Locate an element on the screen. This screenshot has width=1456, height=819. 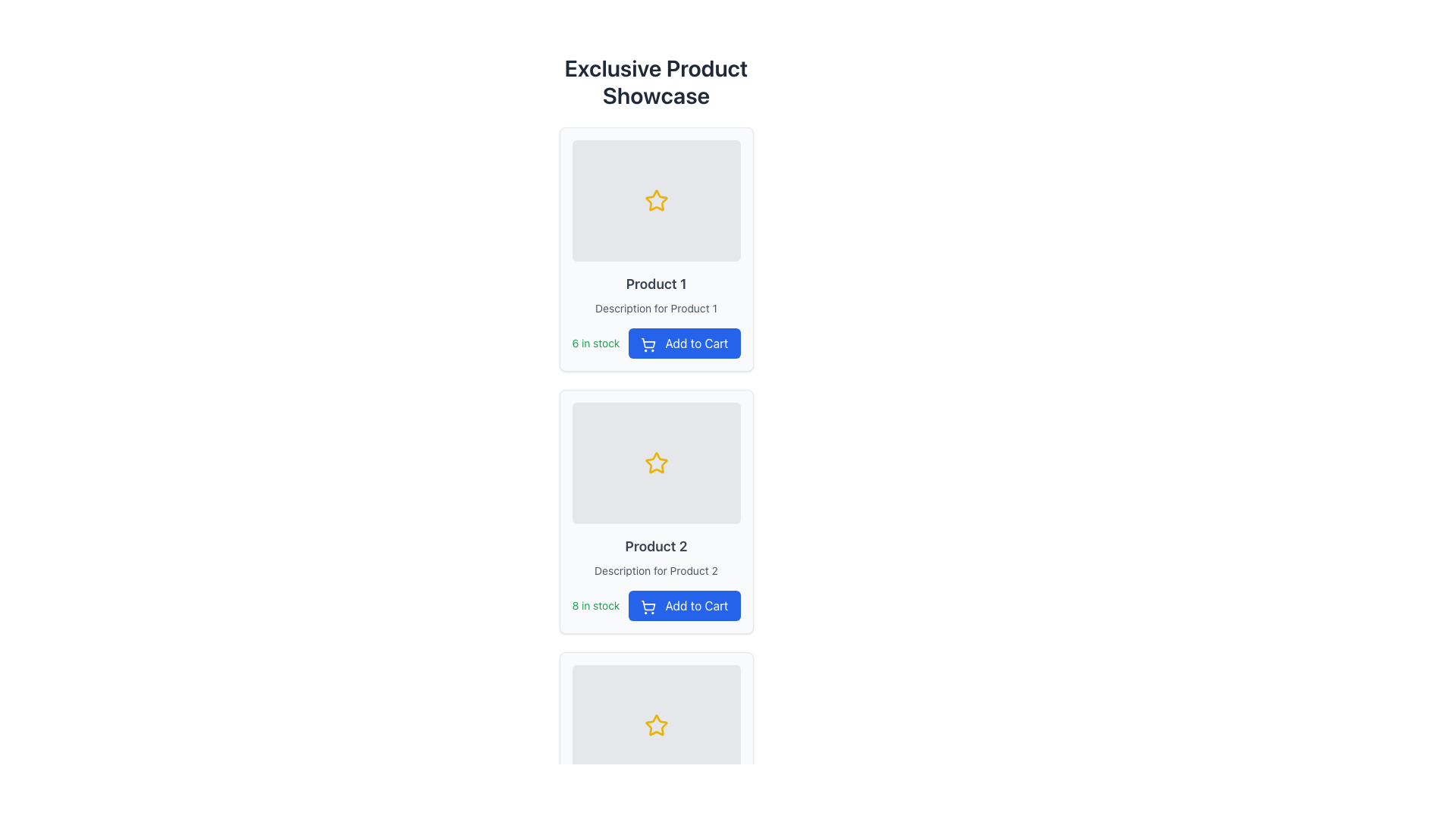
the stock availability text label located in the second product card, positioned to the left of the 'Add to Cart' button is located at coordinates (595, 604).